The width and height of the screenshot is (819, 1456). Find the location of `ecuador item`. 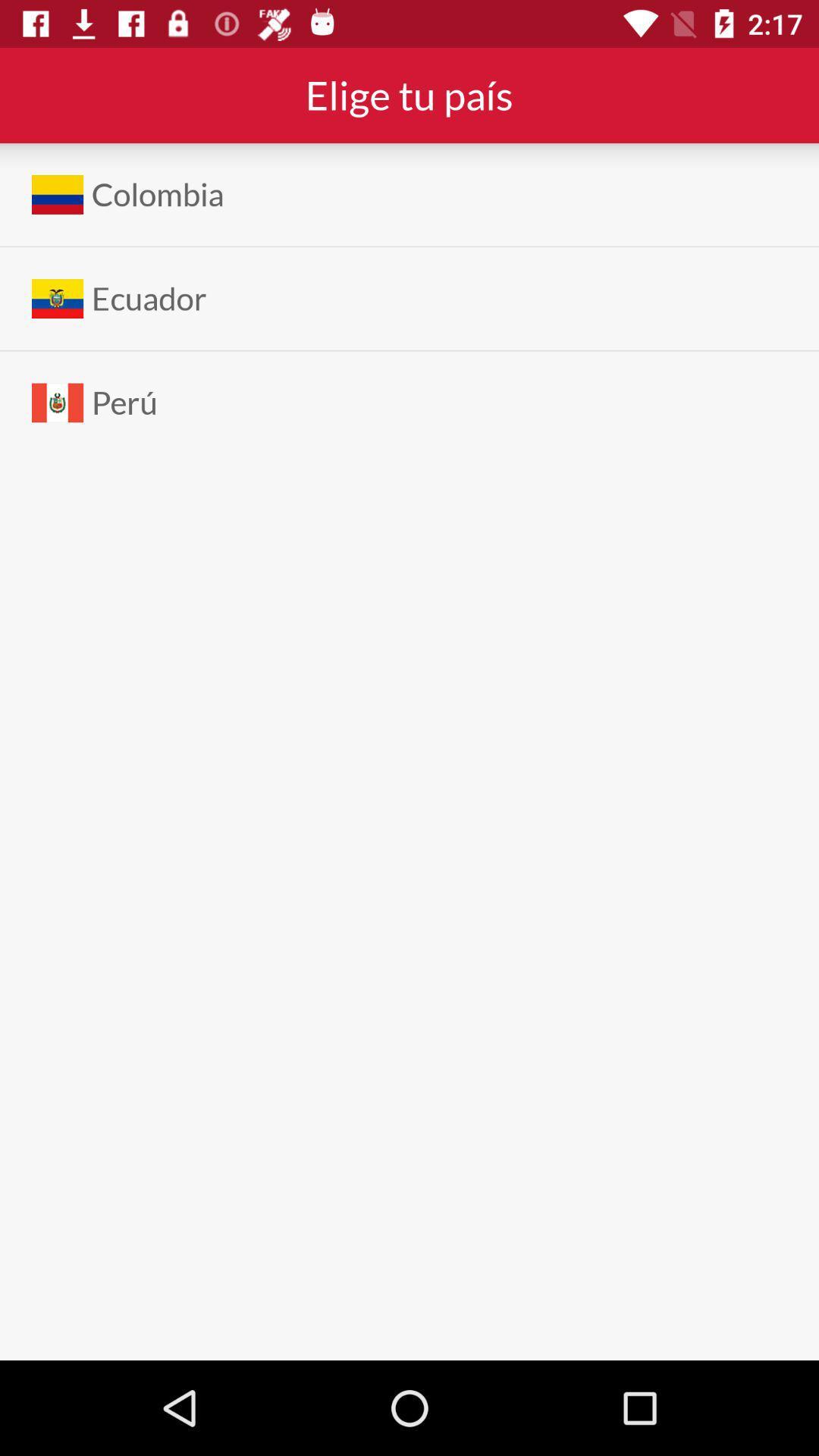

ecuador item is located at coordinates (149, 299).